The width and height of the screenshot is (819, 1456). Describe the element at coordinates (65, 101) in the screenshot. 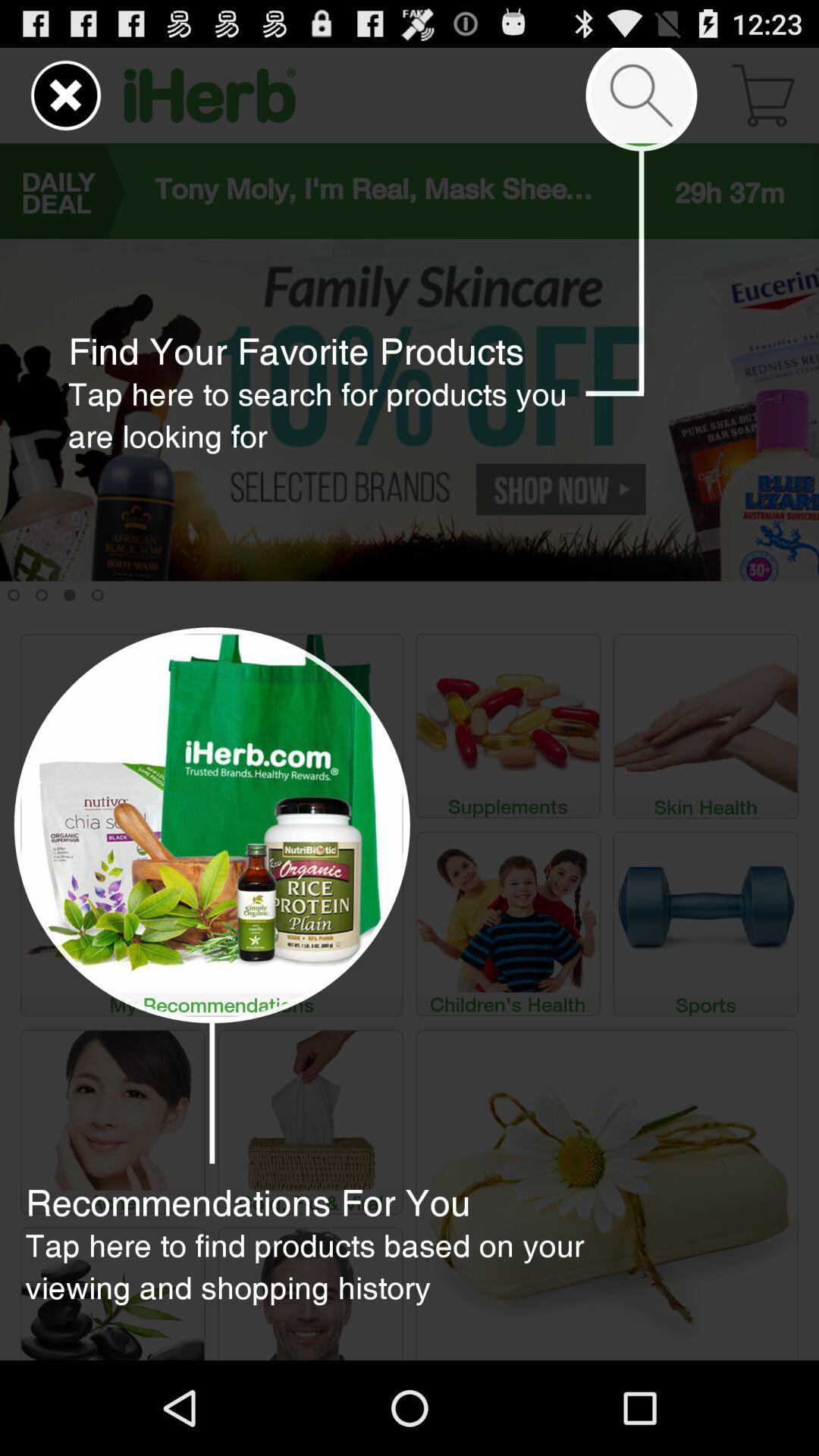

I see `the close icon` at that location.